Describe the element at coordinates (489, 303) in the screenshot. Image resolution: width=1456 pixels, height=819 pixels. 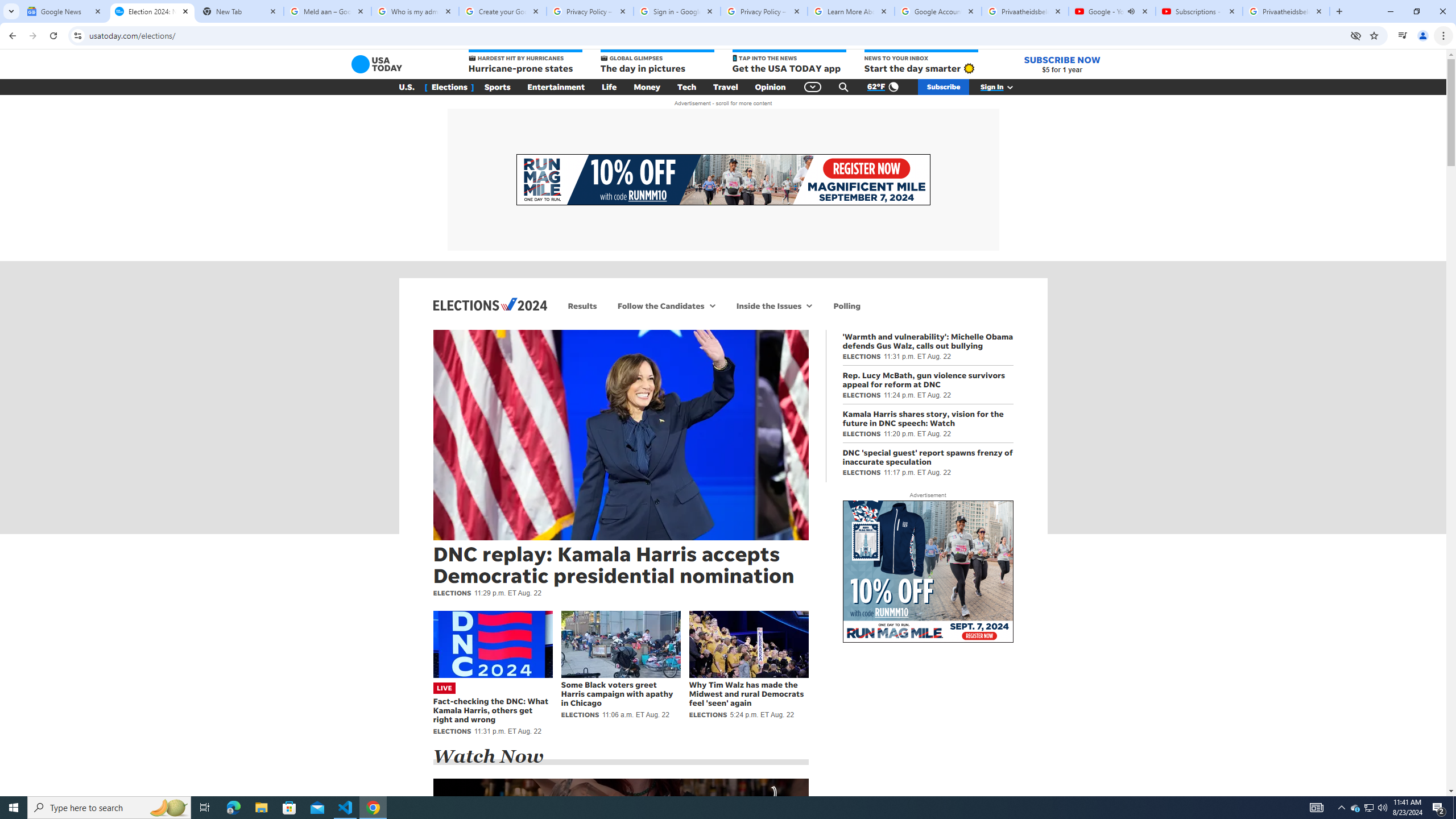
I see `'Elections 2024'` at that location.